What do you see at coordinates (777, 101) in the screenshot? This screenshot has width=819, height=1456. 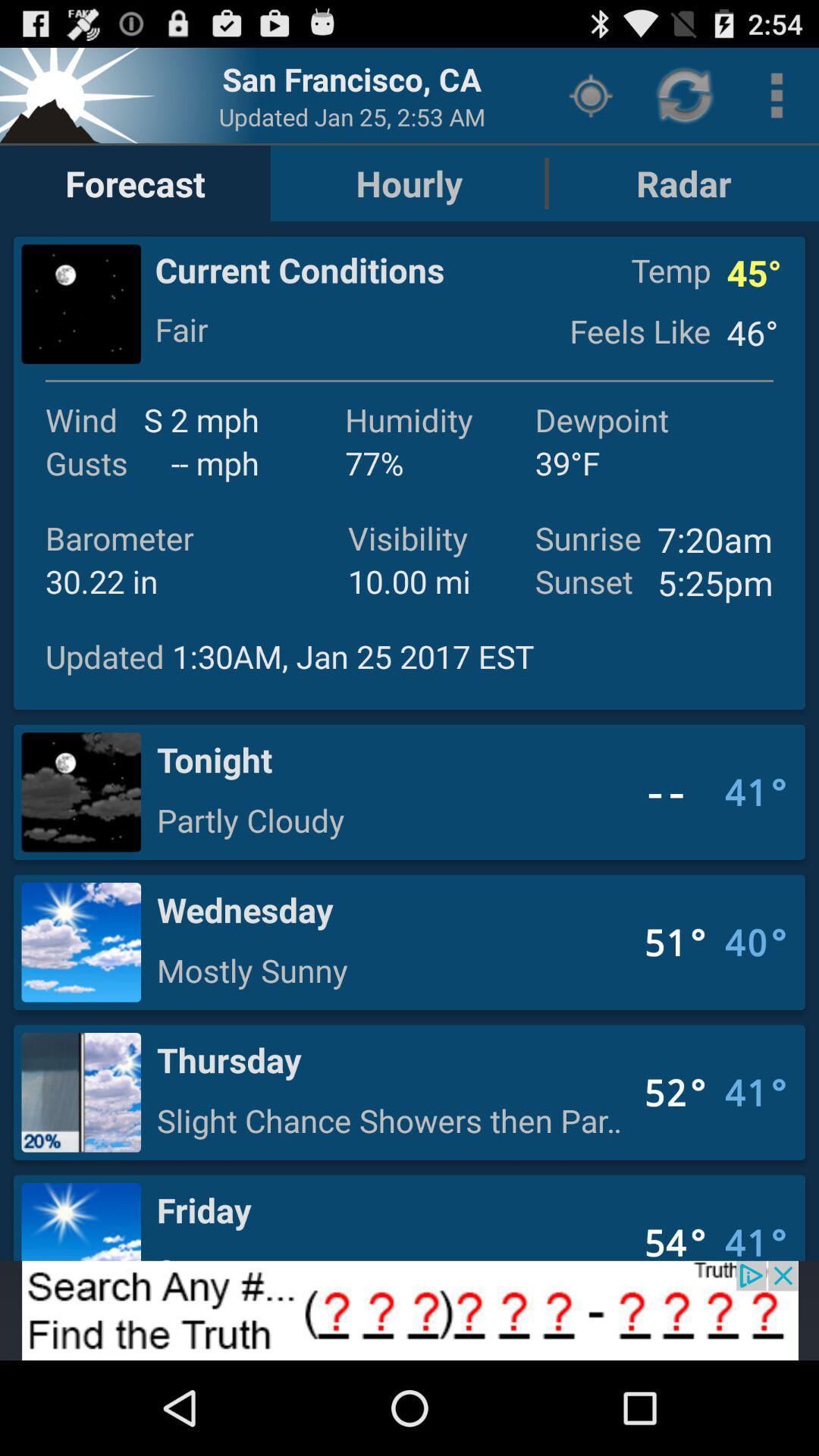 I see `the more icon` at bounding box center [777, 101].